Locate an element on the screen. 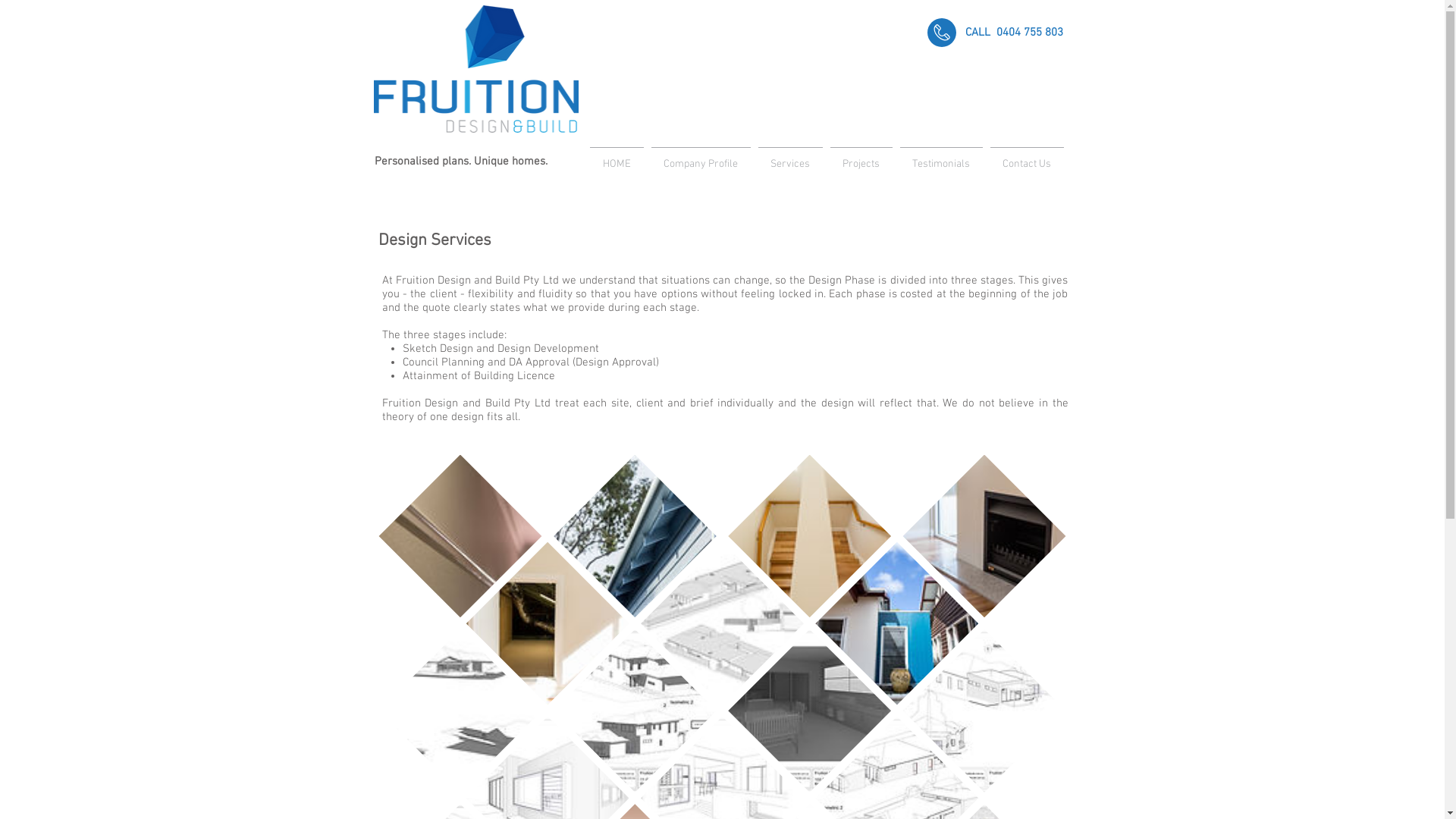  'HOME' is located at coordinates (616, 158).